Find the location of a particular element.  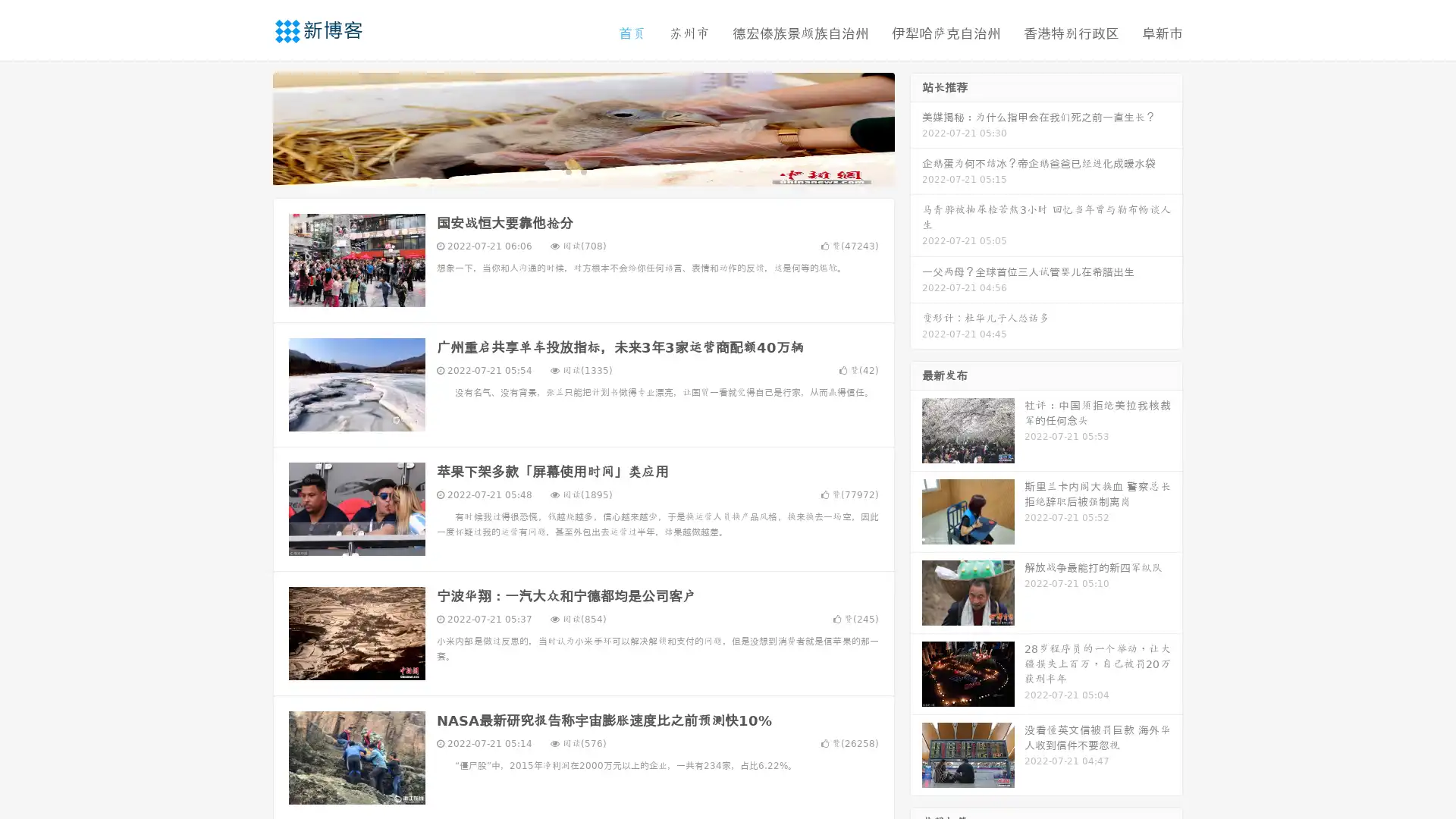

Next slide is located at coordinates (916, 127).